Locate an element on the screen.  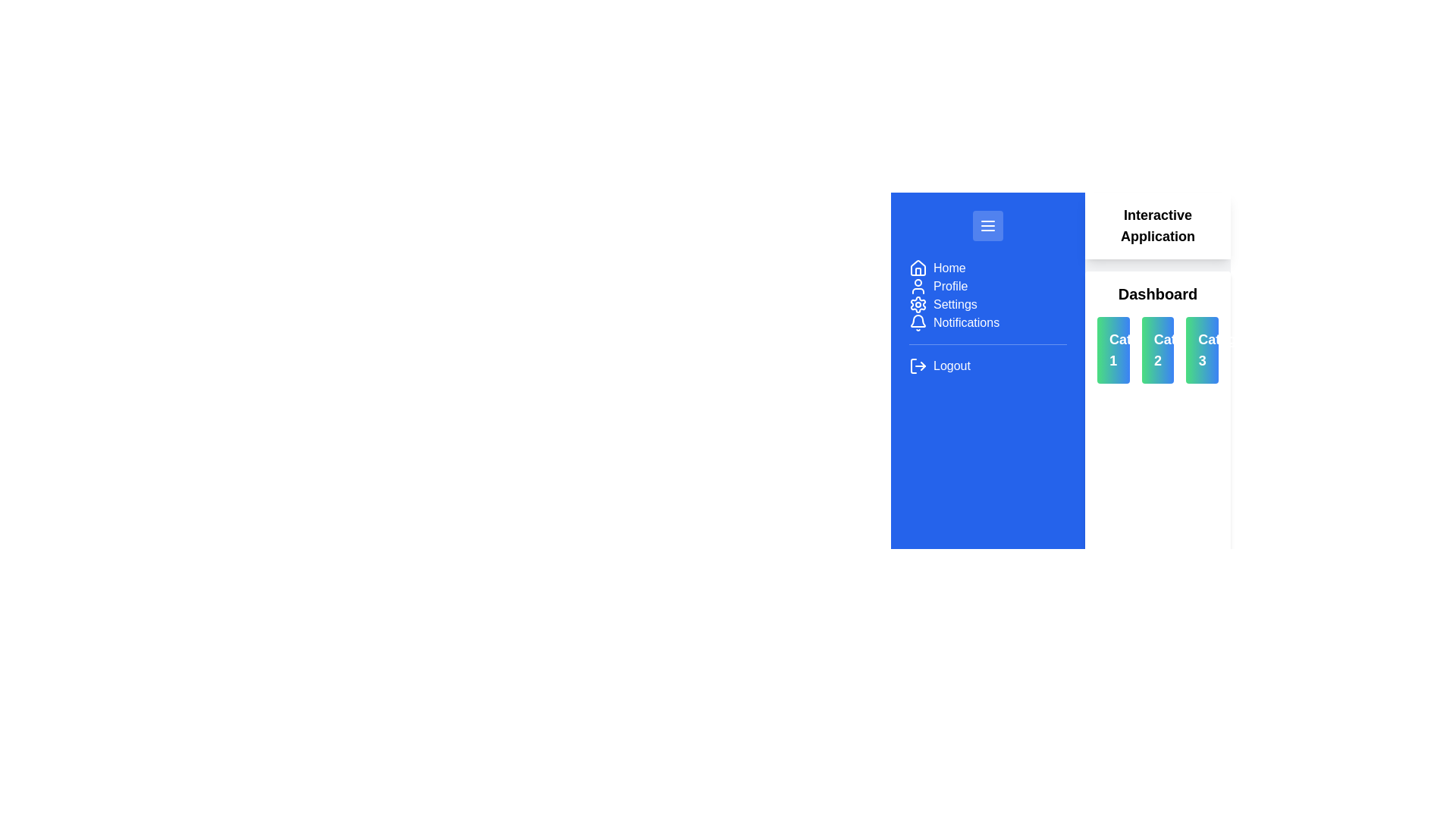
the menu button located at the top of the blue sidebar is located at coordinates (987, 225).